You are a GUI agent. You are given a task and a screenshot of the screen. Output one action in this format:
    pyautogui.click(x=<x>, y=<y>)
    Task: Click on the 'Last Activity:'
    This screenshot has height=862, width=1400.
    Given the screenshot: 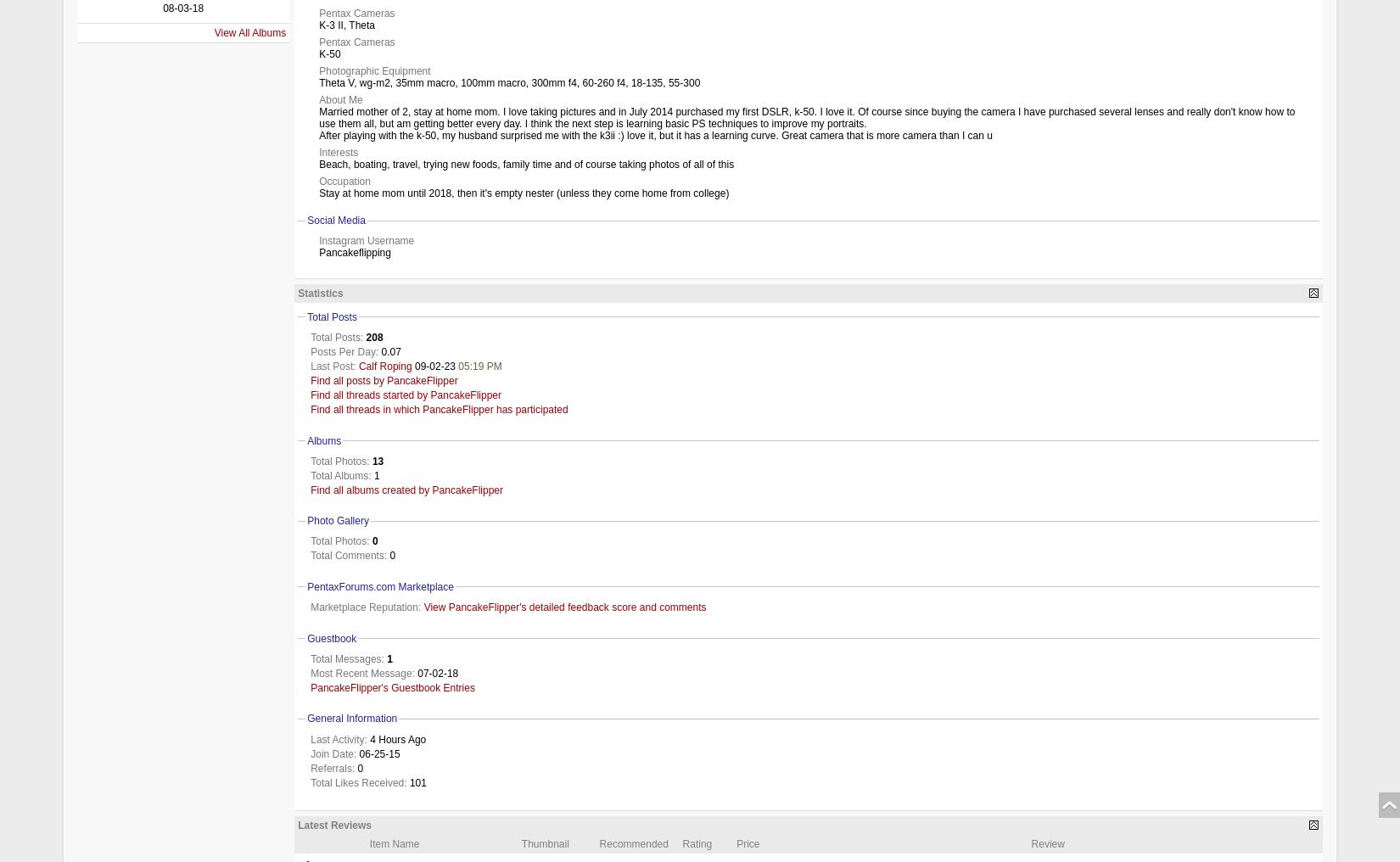 What is the action you would take?
    pyautogui.click(x=338, y=739)
    